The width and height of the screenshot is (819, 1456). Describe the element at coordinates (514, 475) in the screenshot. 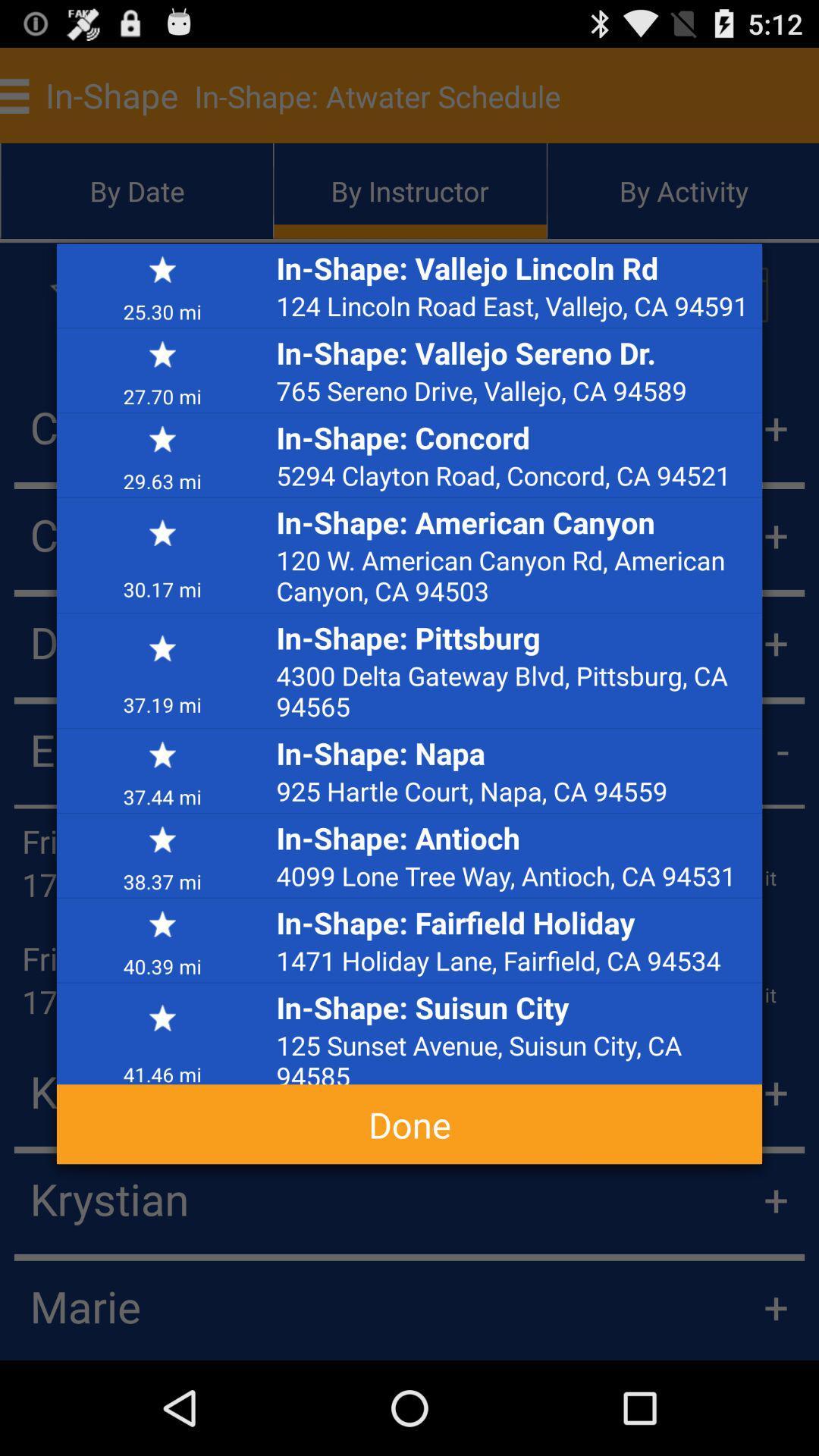

I see `icon below in-shape: concord` at that location.